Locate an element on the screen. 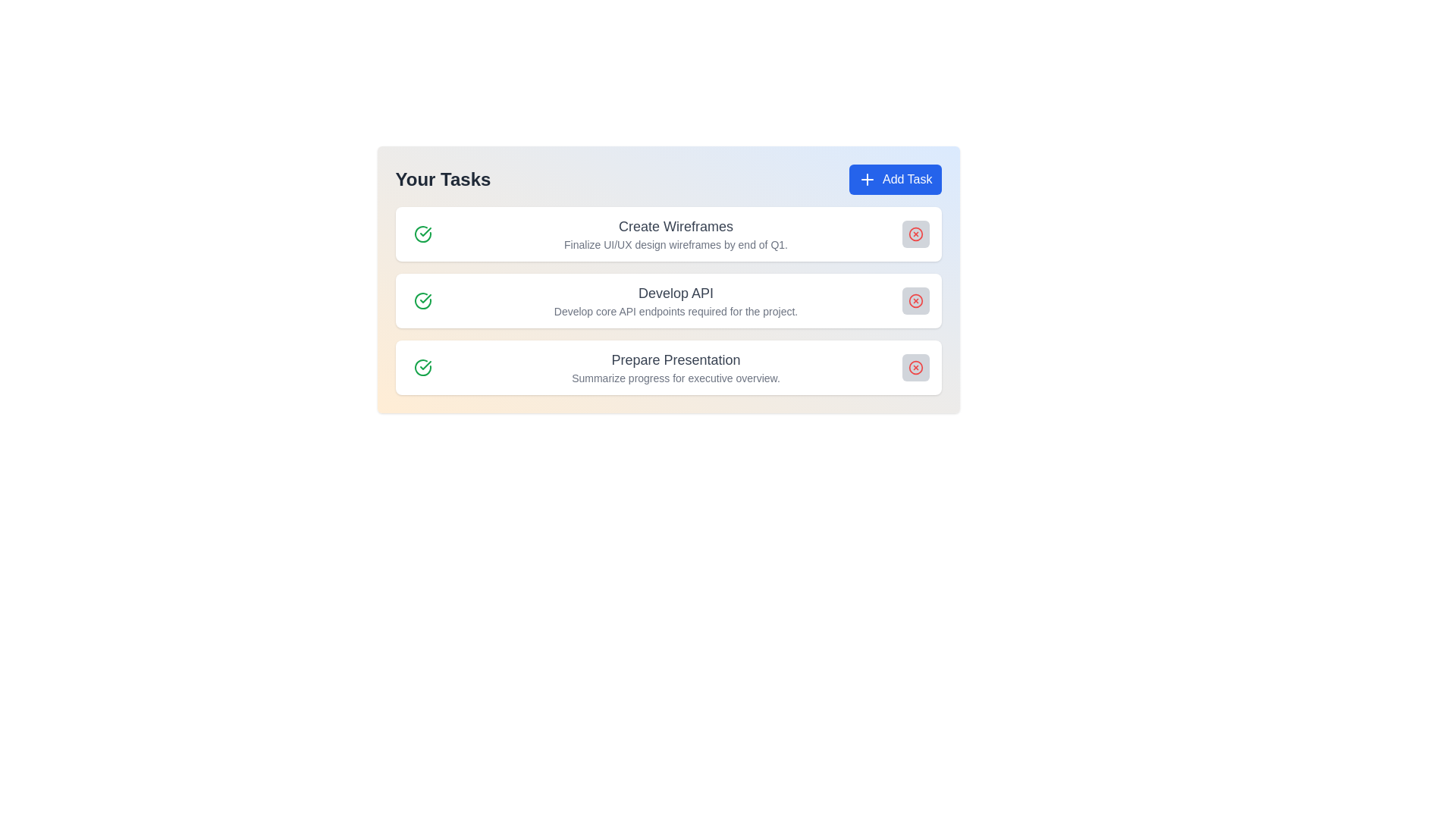 The image size is (1456, 819). the static text that reads 'Summarize progress for executive overview.' located beneath the title 'Prepare Presentation' within the third task card is located at coordinates (675, 377).